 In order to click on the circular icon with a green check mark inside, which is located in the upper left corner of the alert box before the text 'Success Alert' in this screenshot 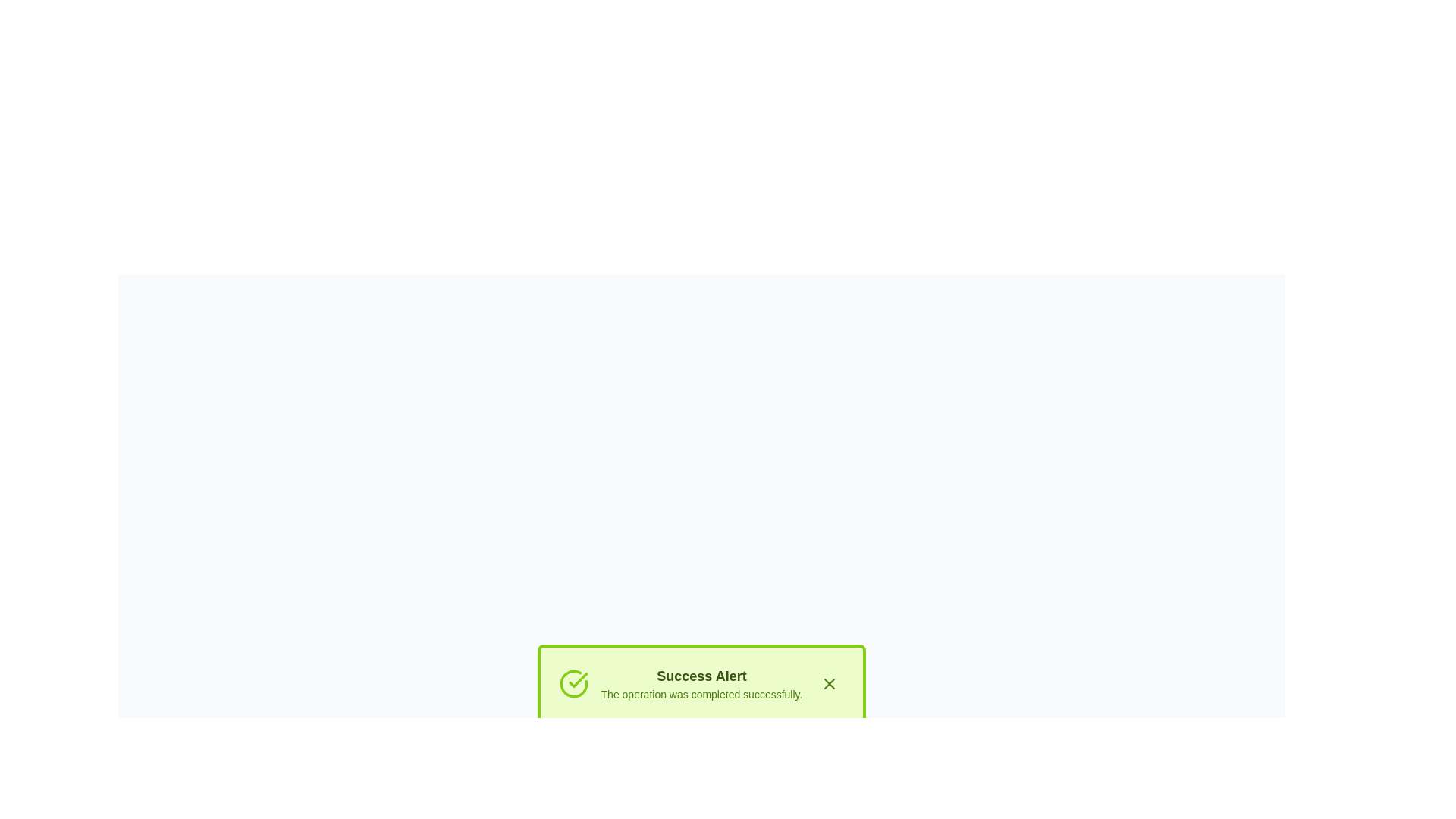, I will do `click(573, 684)`.